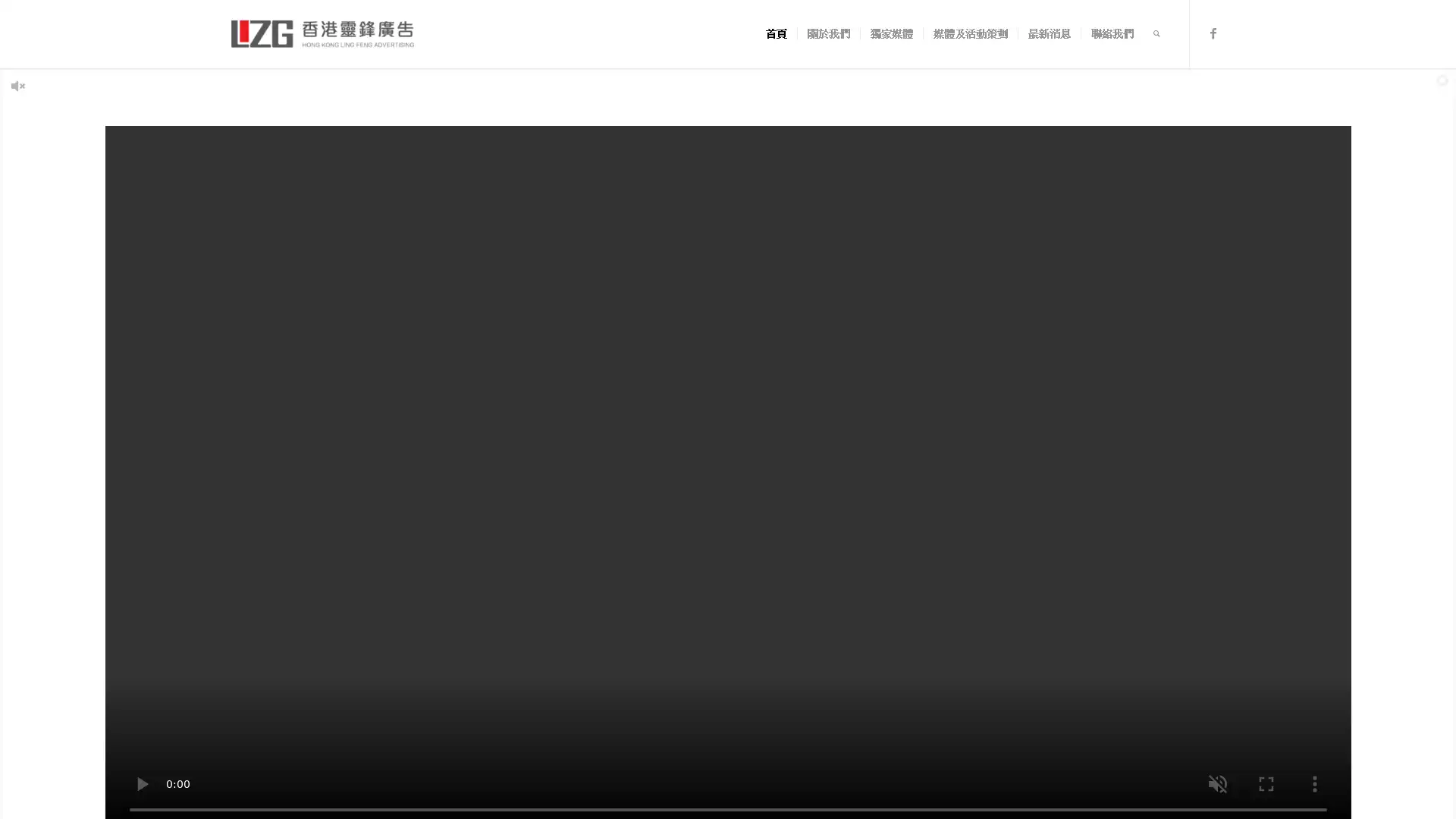 This screenshot has height=819, width=1456. I want to click on unmute, so click(1216, 783).